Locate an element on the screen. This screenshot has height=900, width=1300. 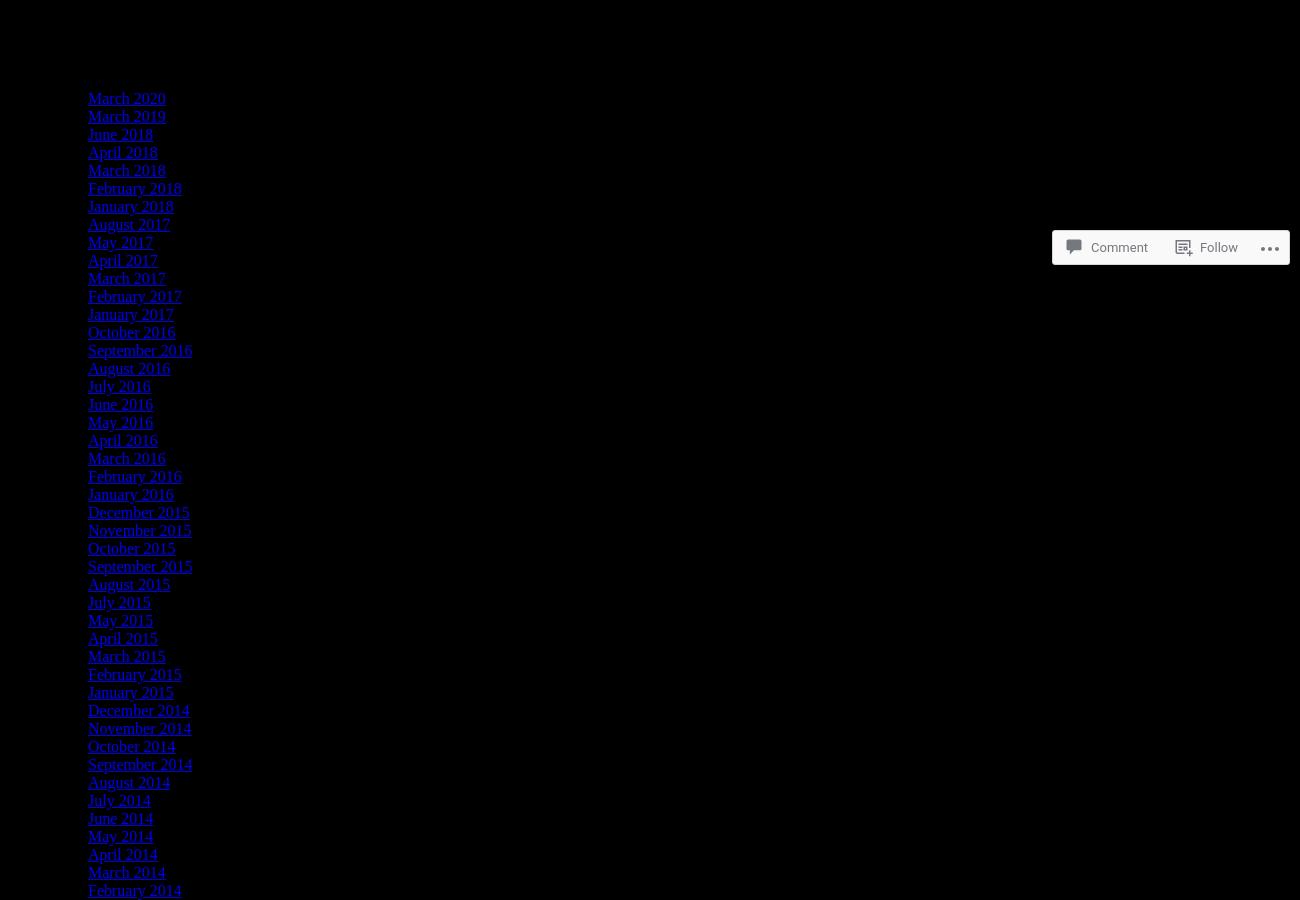
'May 2017' is located at coordinates (88, 241).